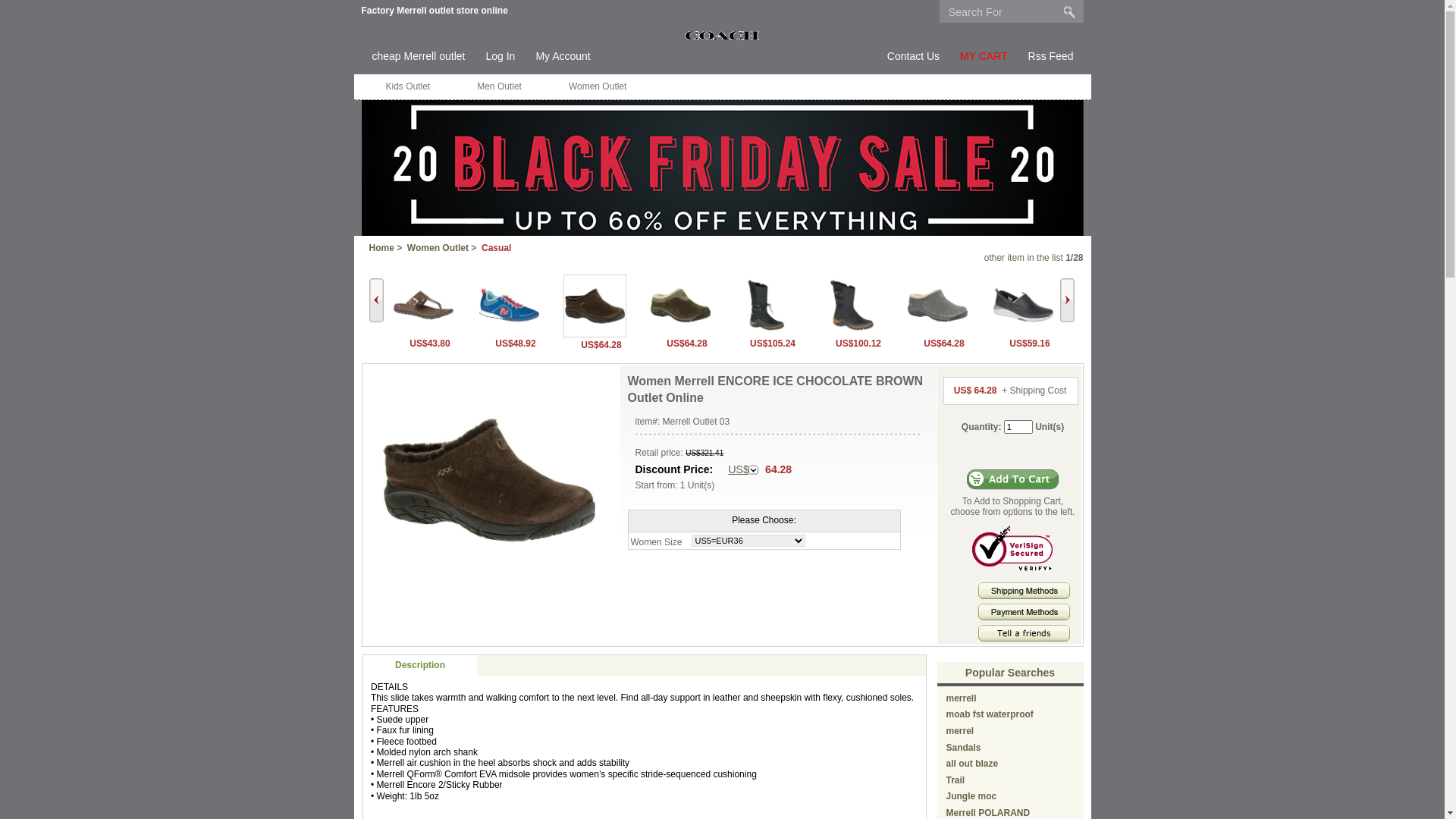  What do you see at coordinates (418, 55) in the screenshot?
I see `'cheap Merrell outlet'` at bounding box center [418, 55].